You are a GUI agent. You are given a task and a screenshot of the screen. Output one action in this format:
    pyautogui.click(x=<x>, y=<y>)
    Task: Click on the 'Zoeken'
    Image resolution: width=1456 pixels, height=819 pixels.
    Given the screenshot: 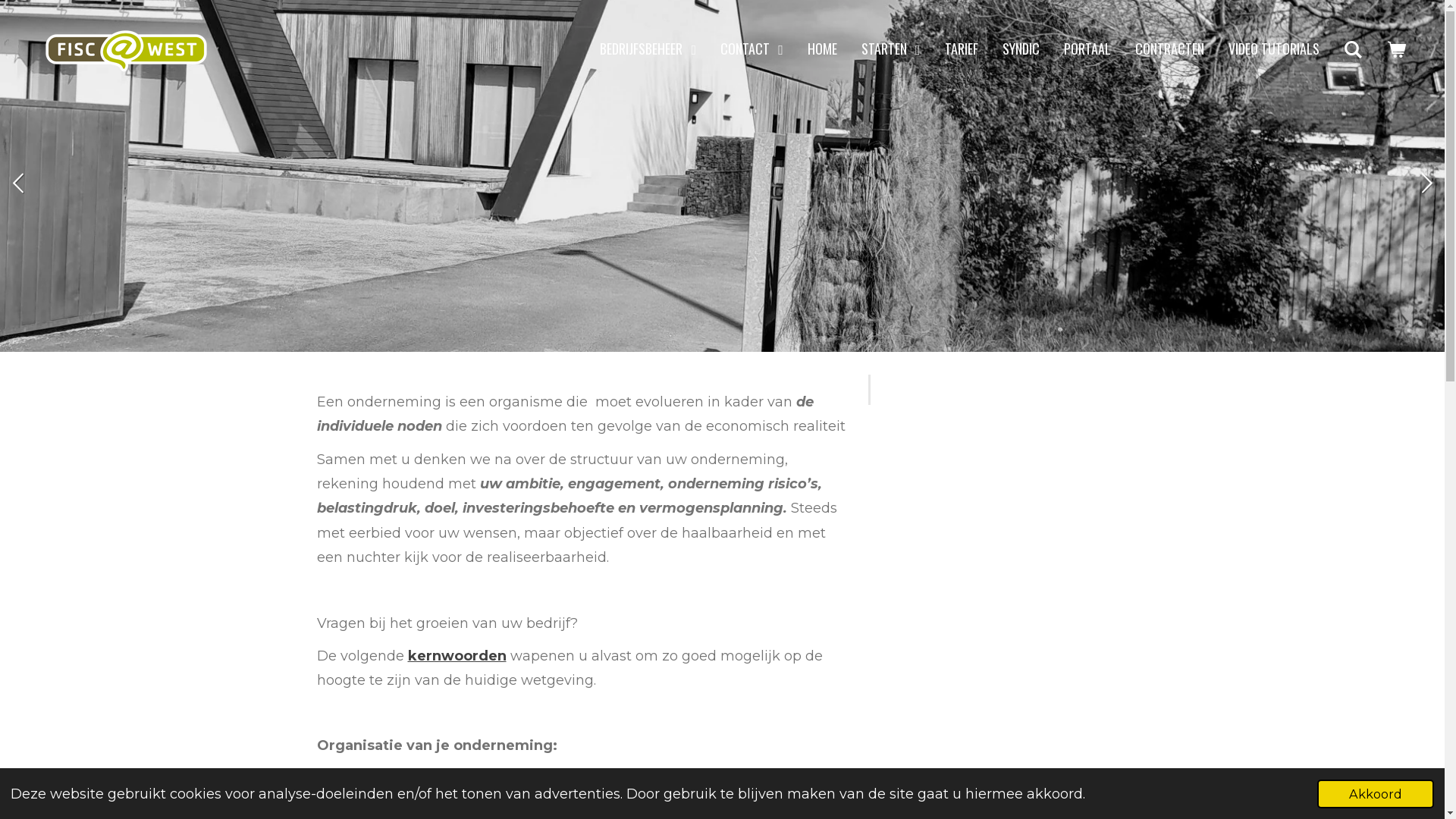 What is the action you would take?
    pyautogui.click(x=1335, y=49)
    